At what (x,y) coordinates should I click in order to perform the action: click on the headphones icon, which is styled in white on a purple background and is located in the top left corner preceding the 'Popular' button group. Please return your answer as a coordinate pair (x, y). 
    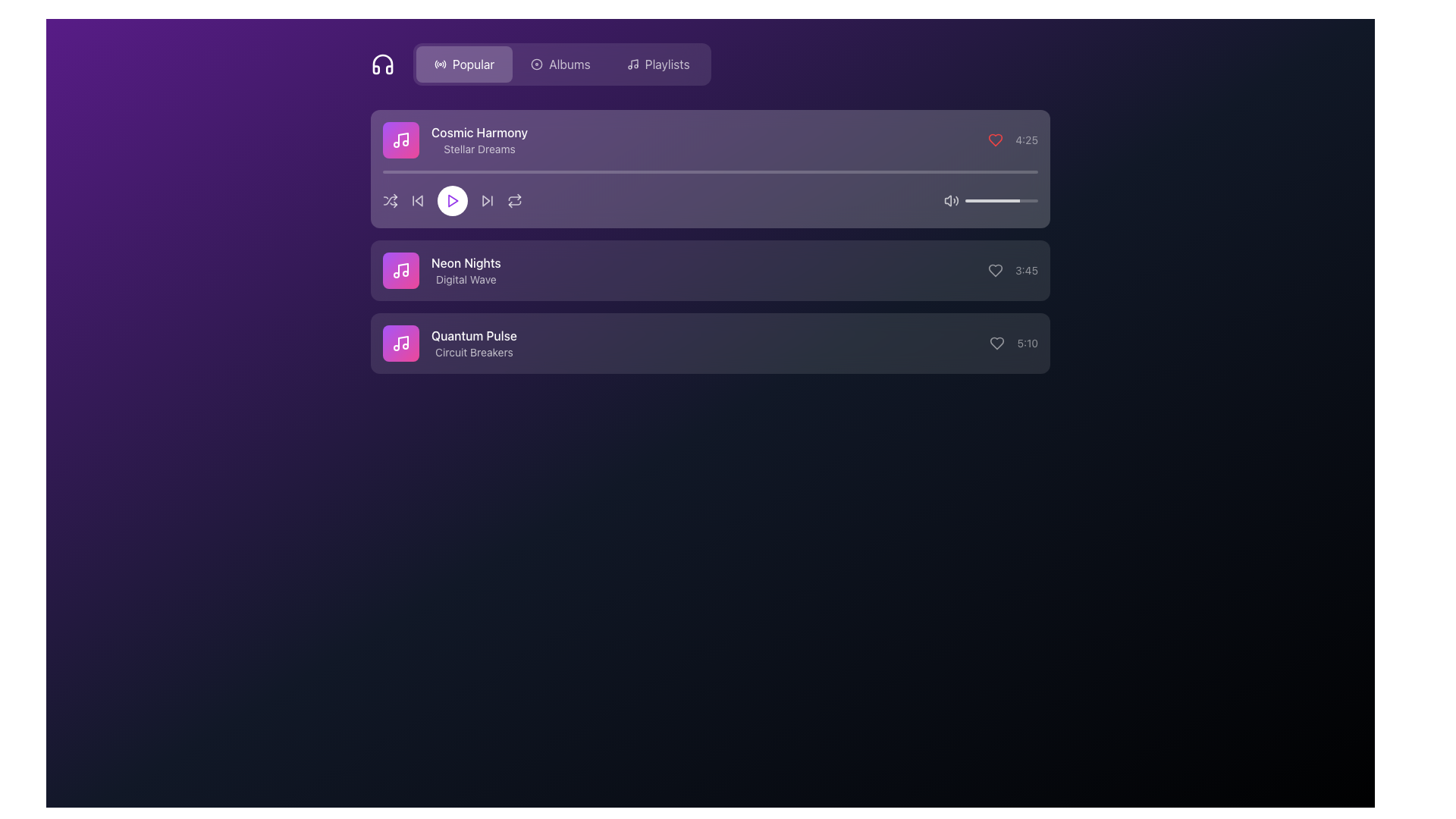
    Looking at the image, I should click on (382, 63).